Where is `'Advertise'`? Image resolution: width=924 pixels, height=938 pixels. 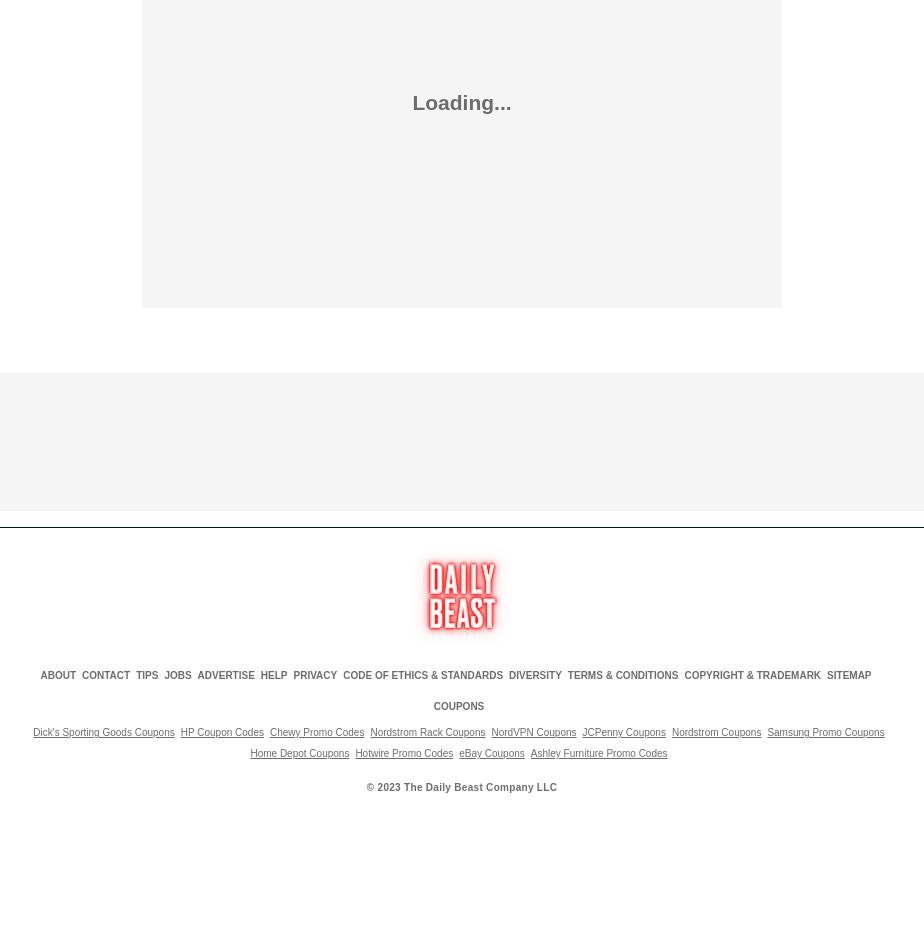
'Advertise' is located at coordinates (225, 674).